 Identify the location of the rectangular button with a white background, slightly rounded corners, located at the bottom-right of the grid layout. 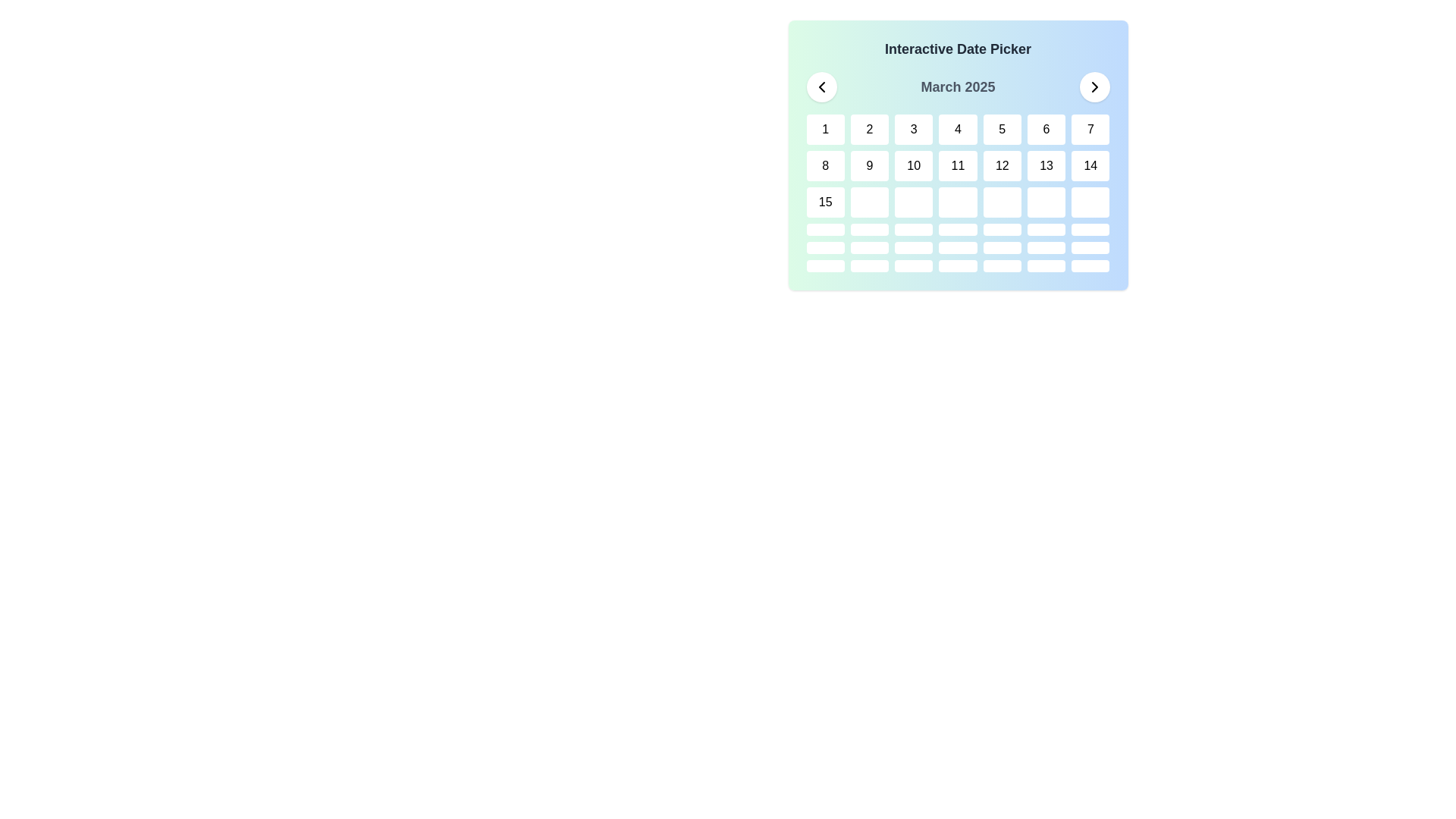
(1090, 247).